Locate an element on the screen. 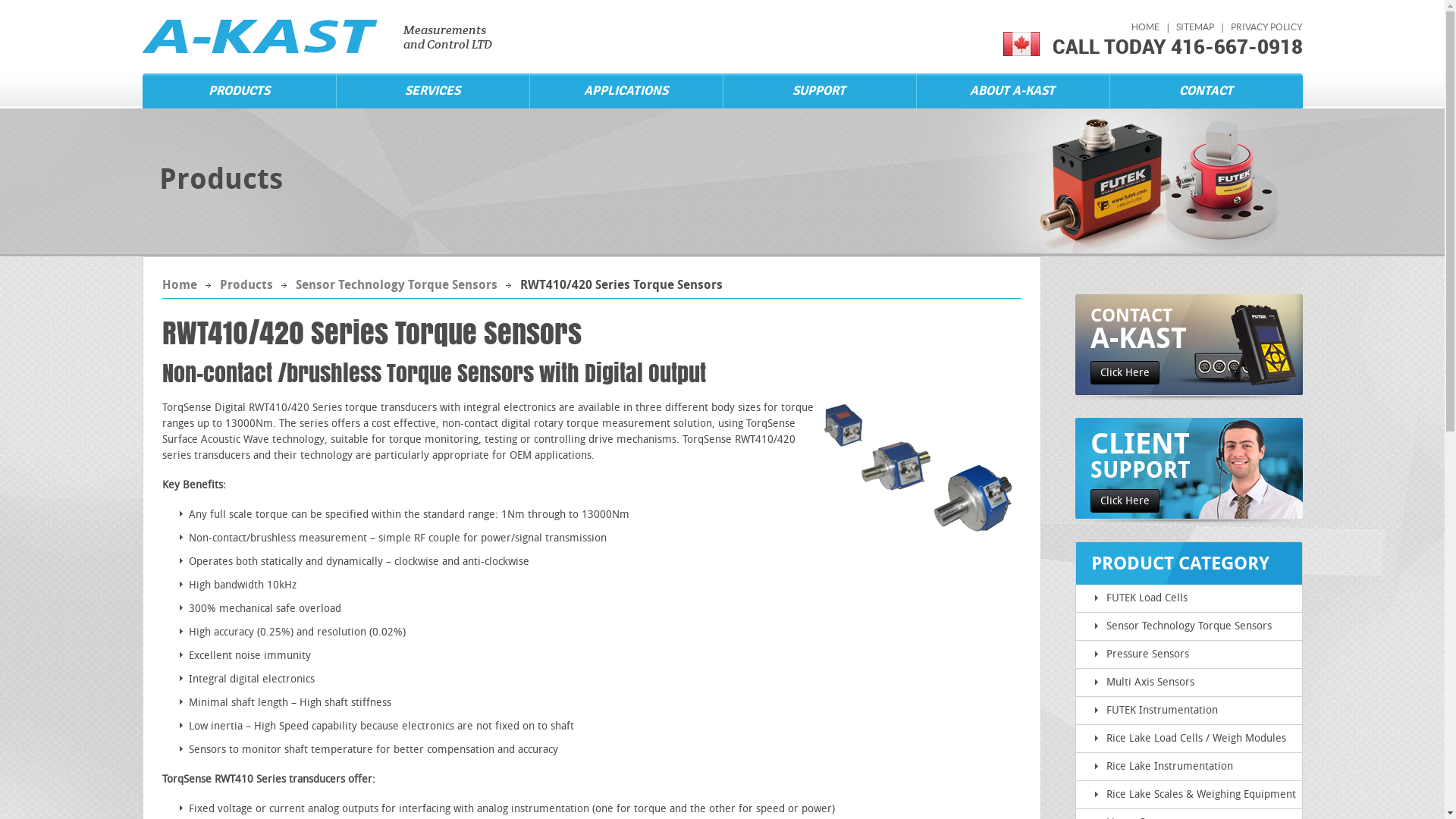  'APPLICATIONS' is located at coordinates (626, 90).